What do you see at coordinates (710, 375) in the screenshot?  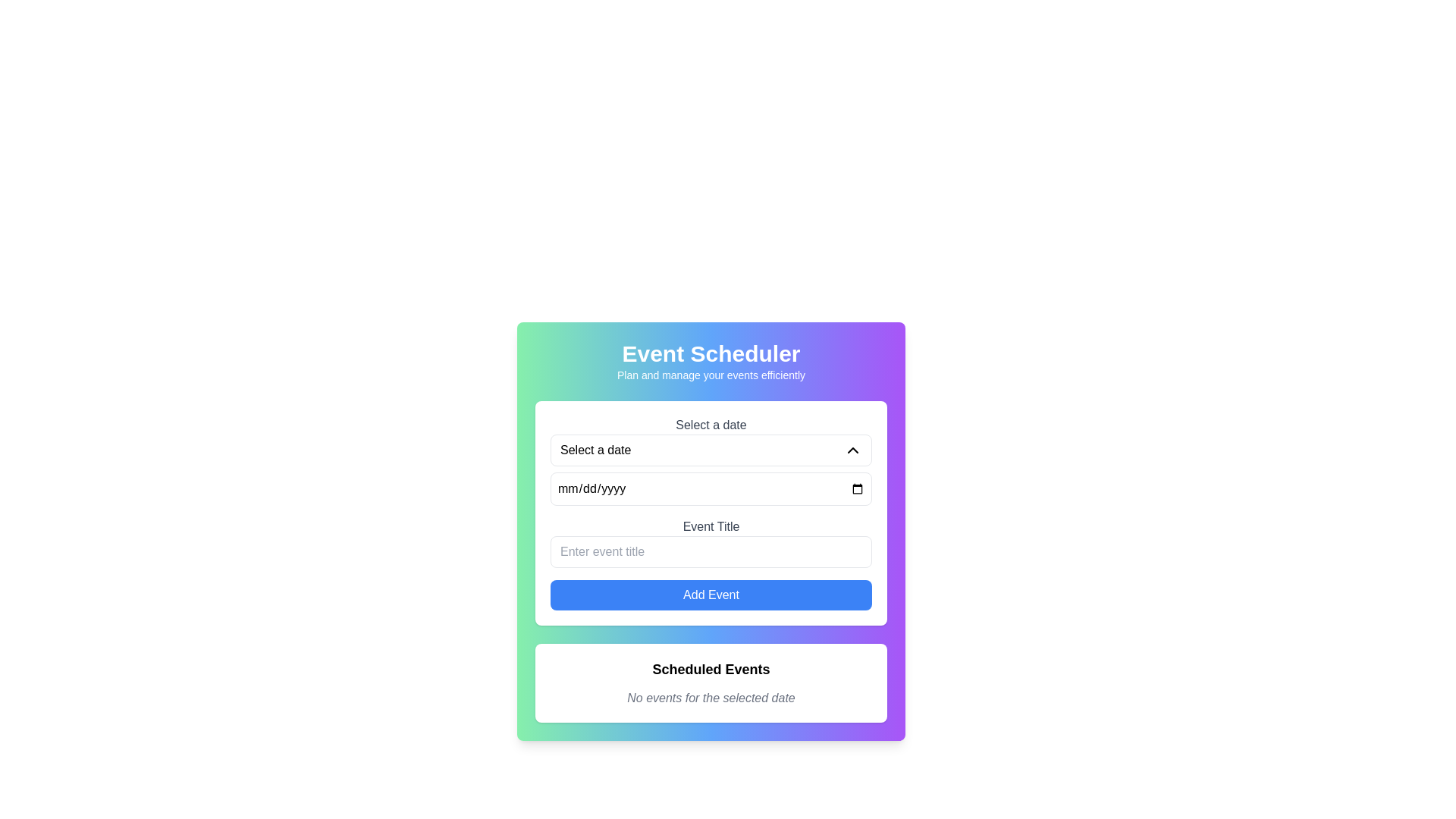 I see `static text label positioned beneath the 'Event Scheduler' header, which provides additional context and guidance about the purpose of the Event Scheduler` at bounding box center [710, 375].